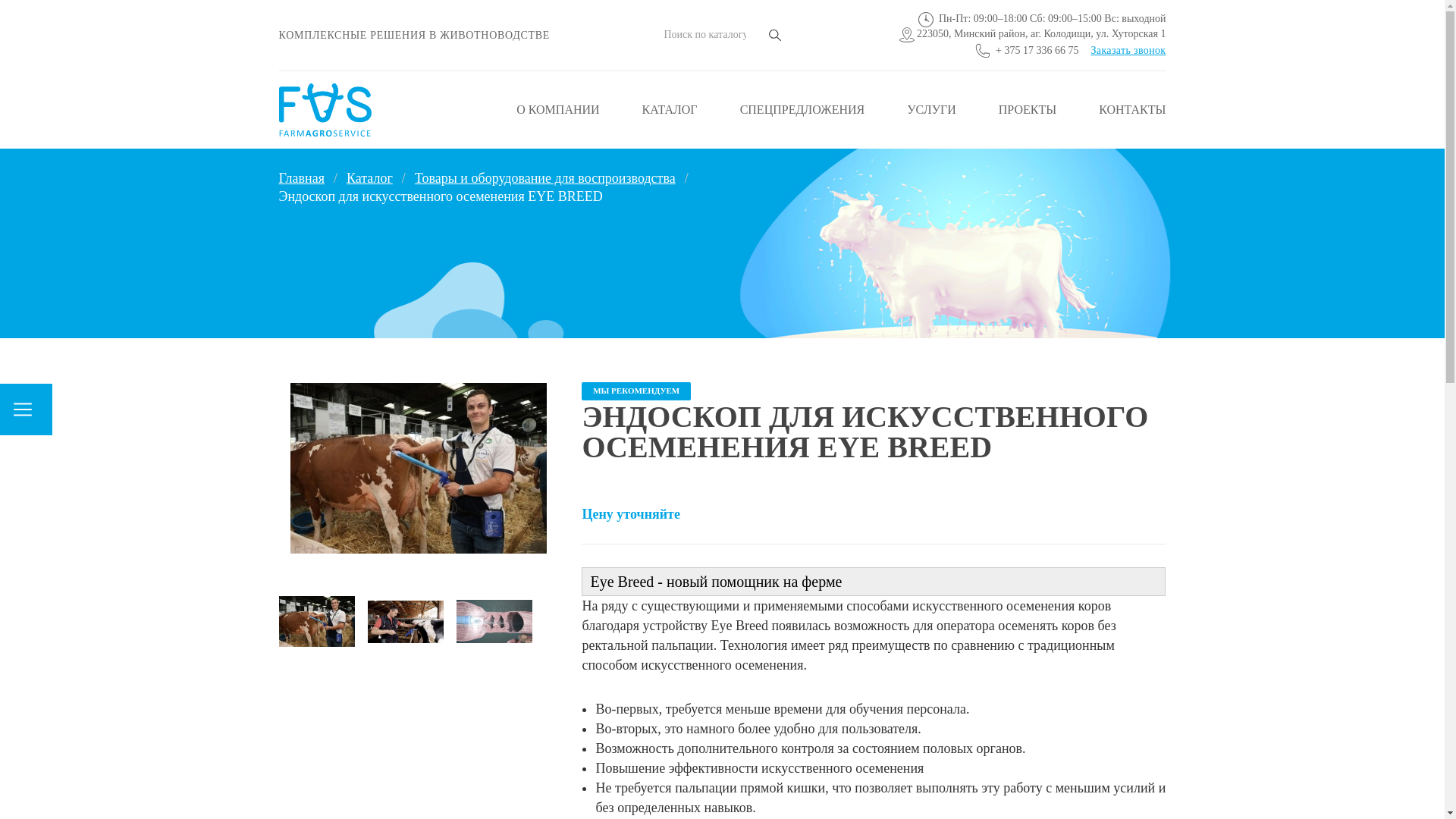  I want to click on '+ 375 17 336 66 75', so click(1036, 49).